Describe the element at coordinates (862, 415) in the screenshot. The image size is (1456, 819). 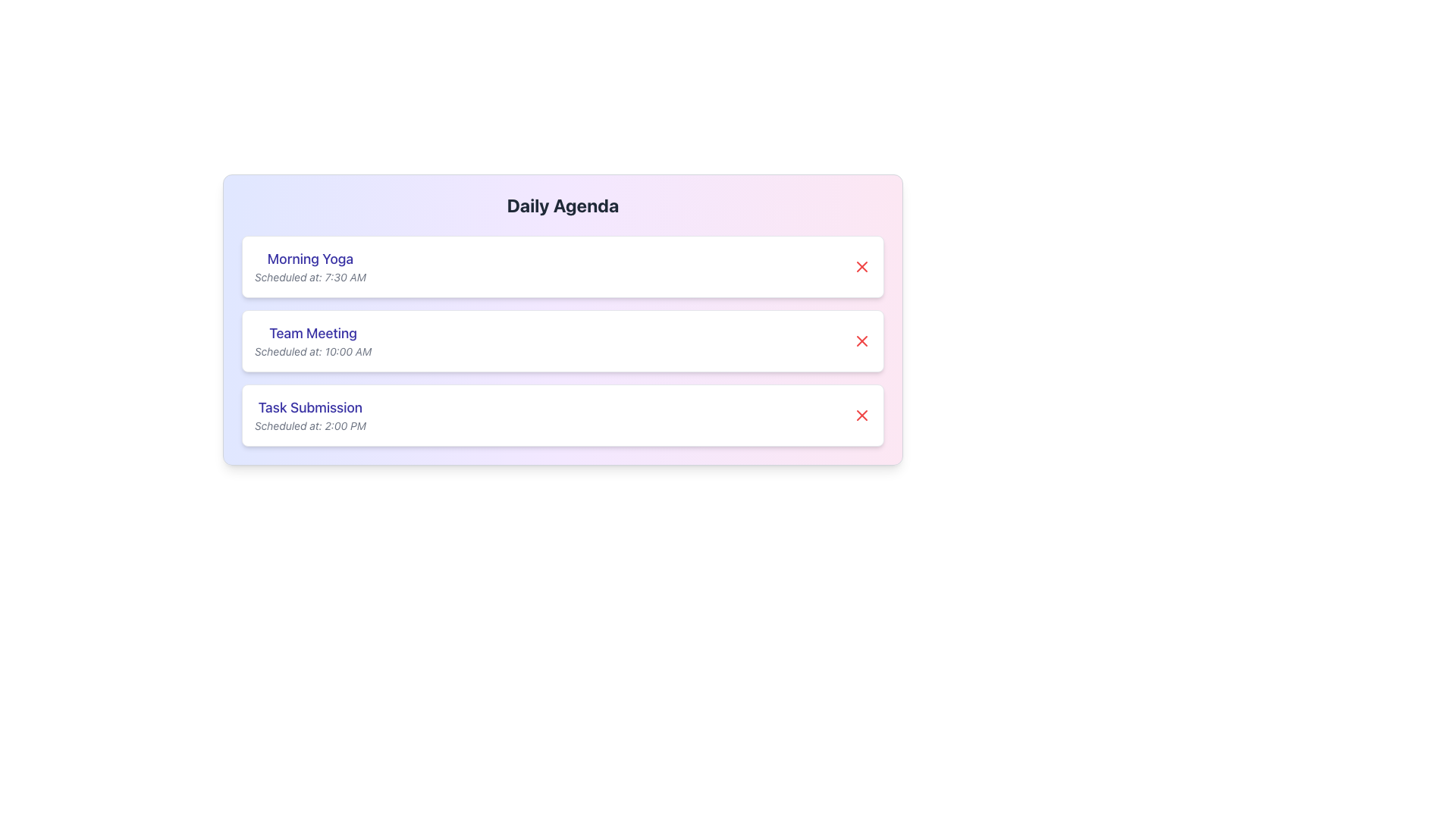
I see `the red cross icon button within the 'Daily Agenda' interface` at that location.